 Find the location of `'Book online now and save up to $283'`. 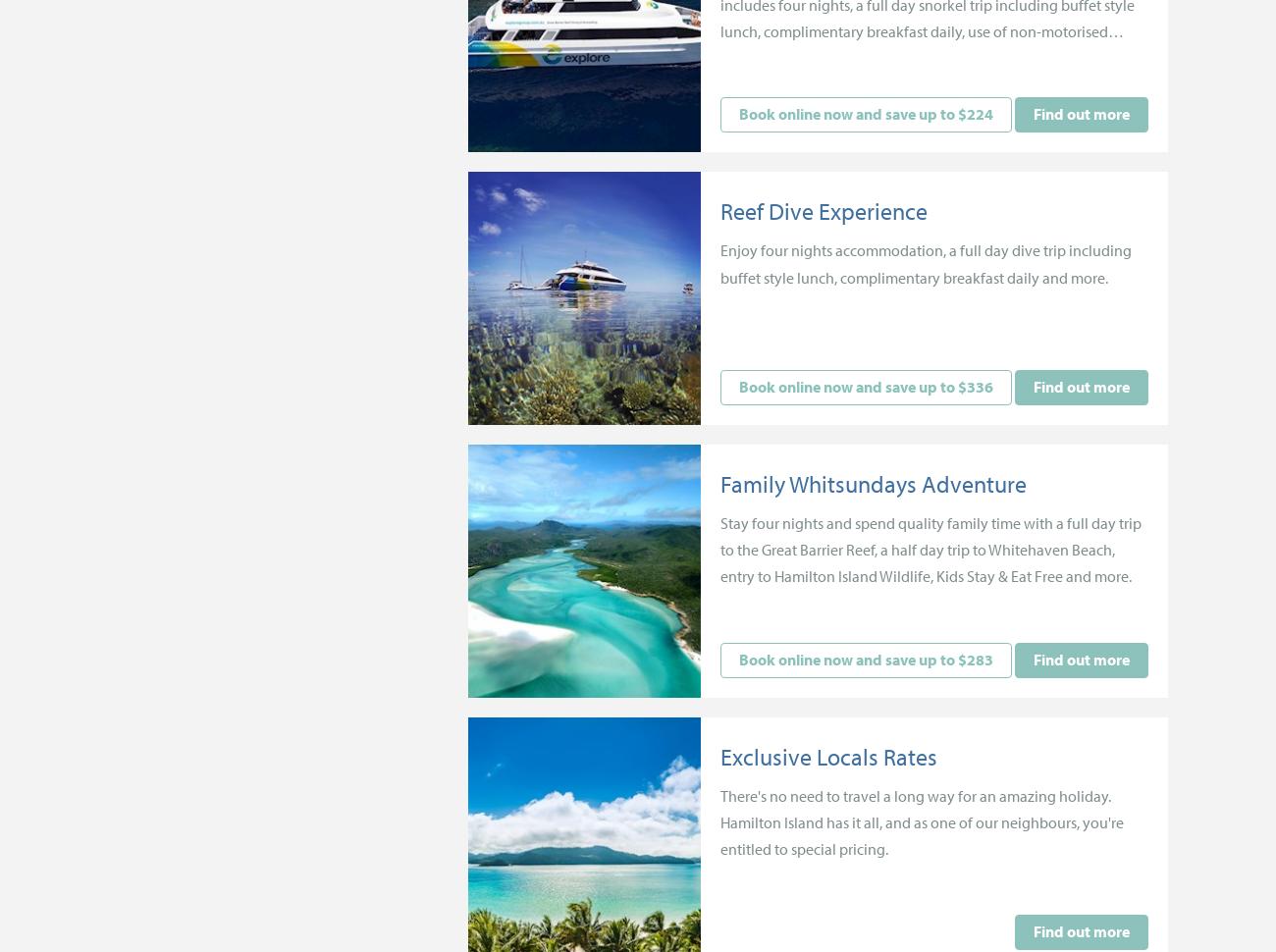

'Book online now and save up to $283' is located at coordinates (864, 658).